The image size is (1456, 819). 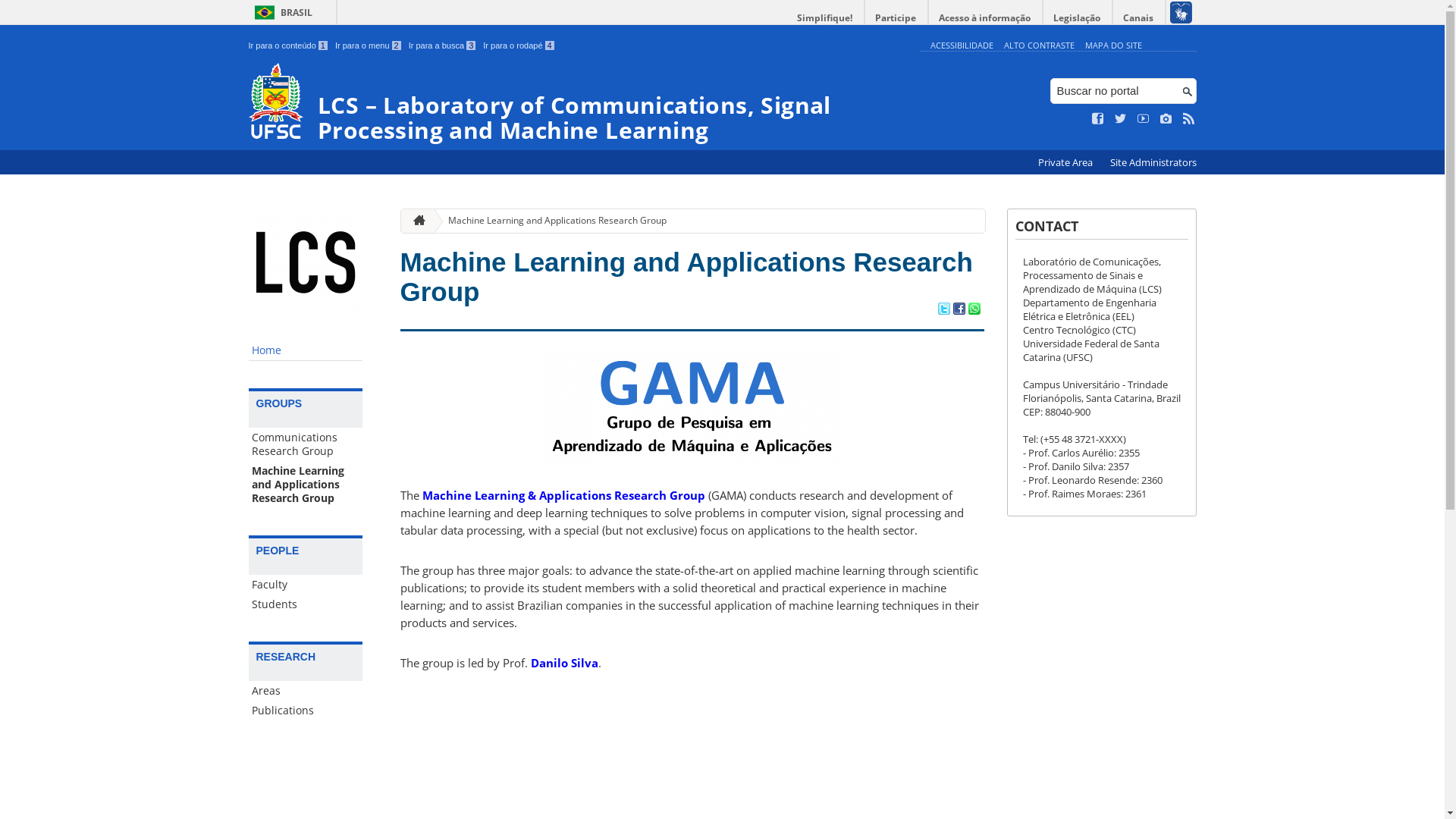 What do you see at coordinates (1092, 118) in the screenshot?
I see `'Curta no Facebook'` at bounding box center [1092, 118].